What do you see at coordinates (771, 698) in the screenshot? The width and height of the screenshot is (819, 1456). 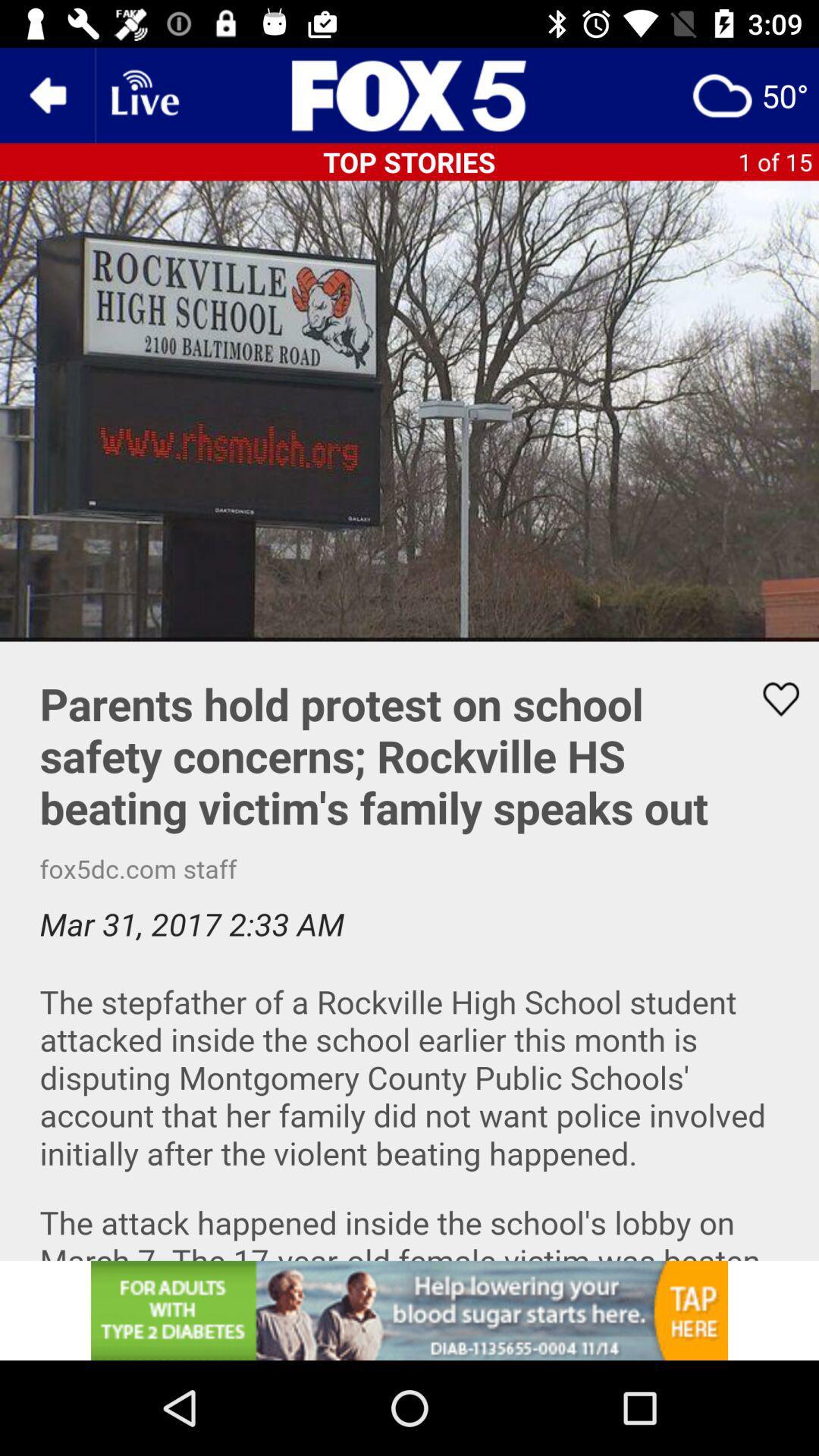 I see `the favorite icon` at bounding box center [771, 698].